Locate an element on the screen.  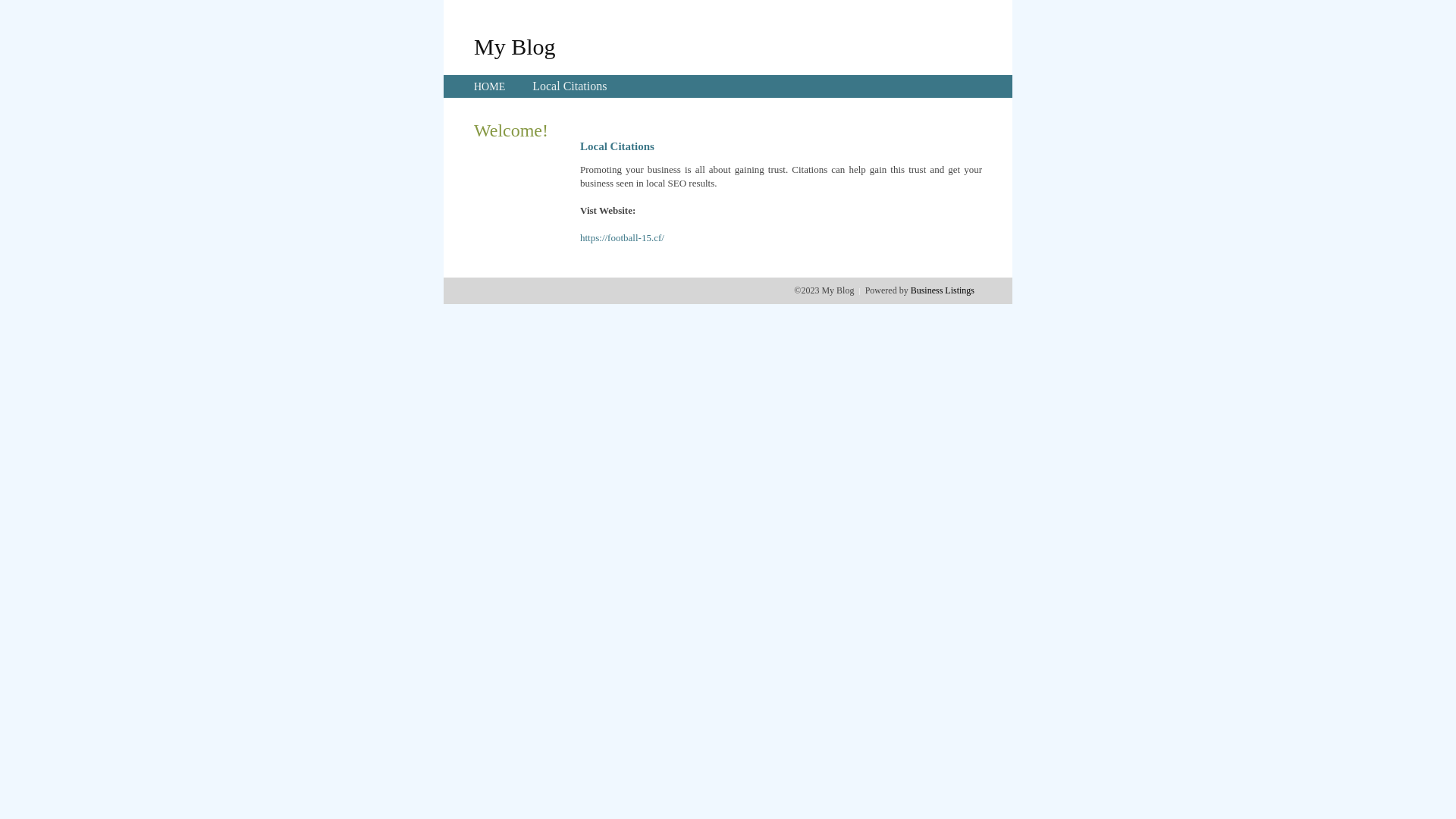
'https://football-15.cf/' is located at coordinates (622, 237).